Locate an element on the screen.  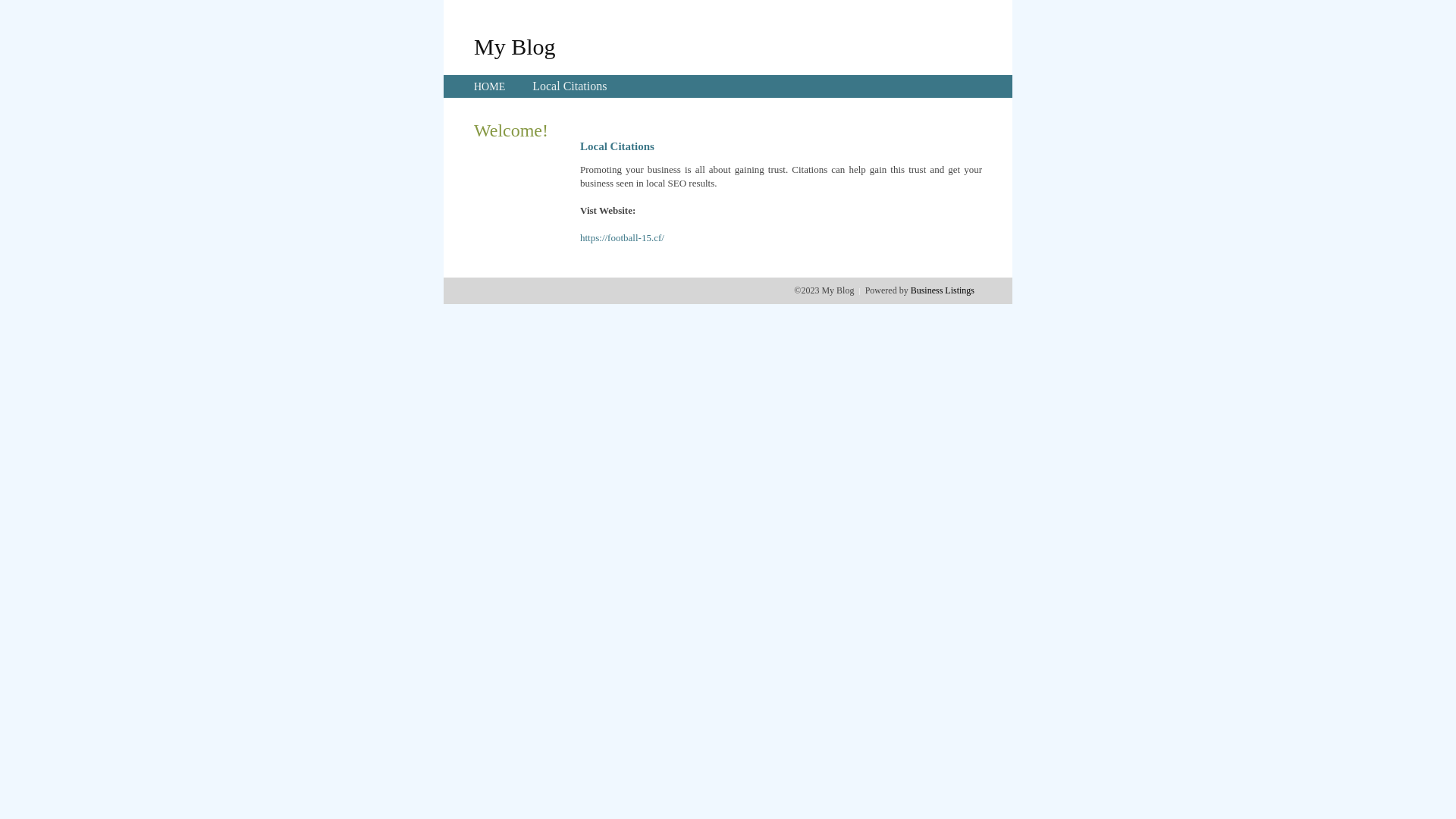
'https://football-15.cf/' is located at coordinates (622, 237).